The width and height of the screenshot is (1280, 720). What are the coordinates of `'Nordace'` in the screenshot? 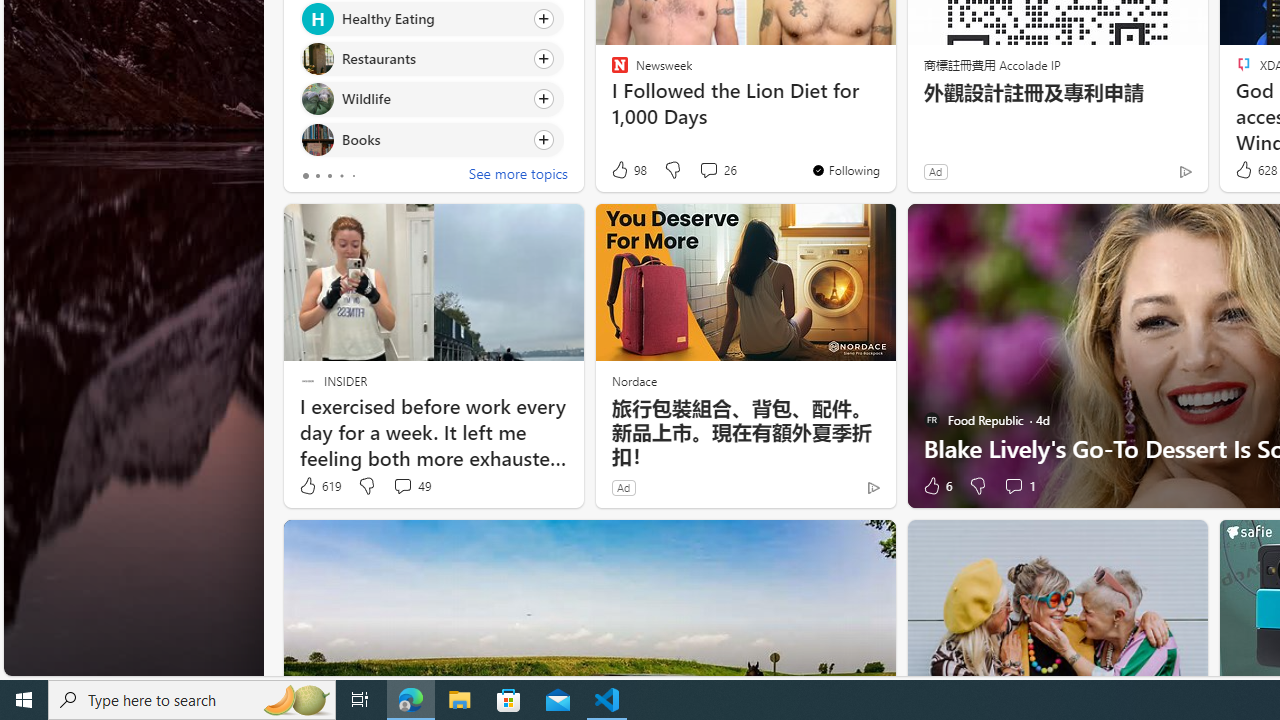 It's located at (632, 380).